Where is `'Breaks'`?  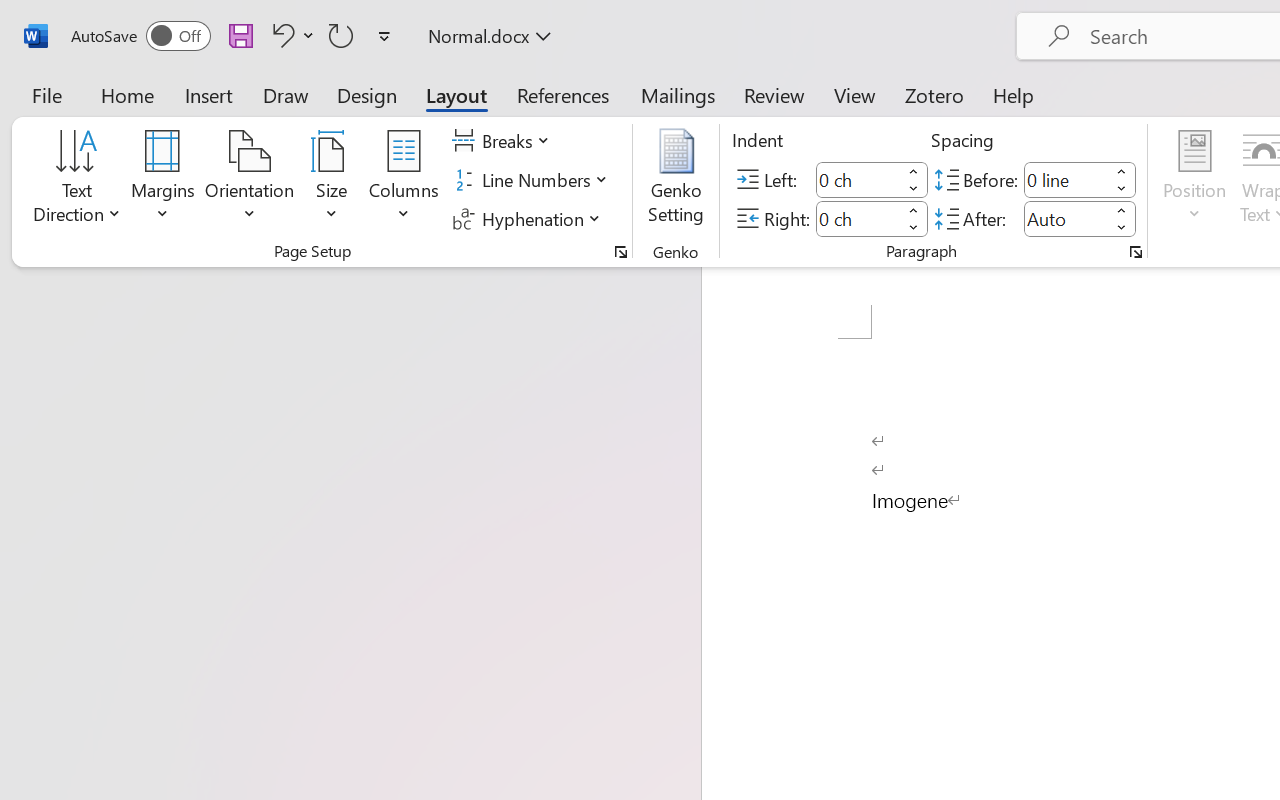
'Breaks' is located at coordinates (504, 141).